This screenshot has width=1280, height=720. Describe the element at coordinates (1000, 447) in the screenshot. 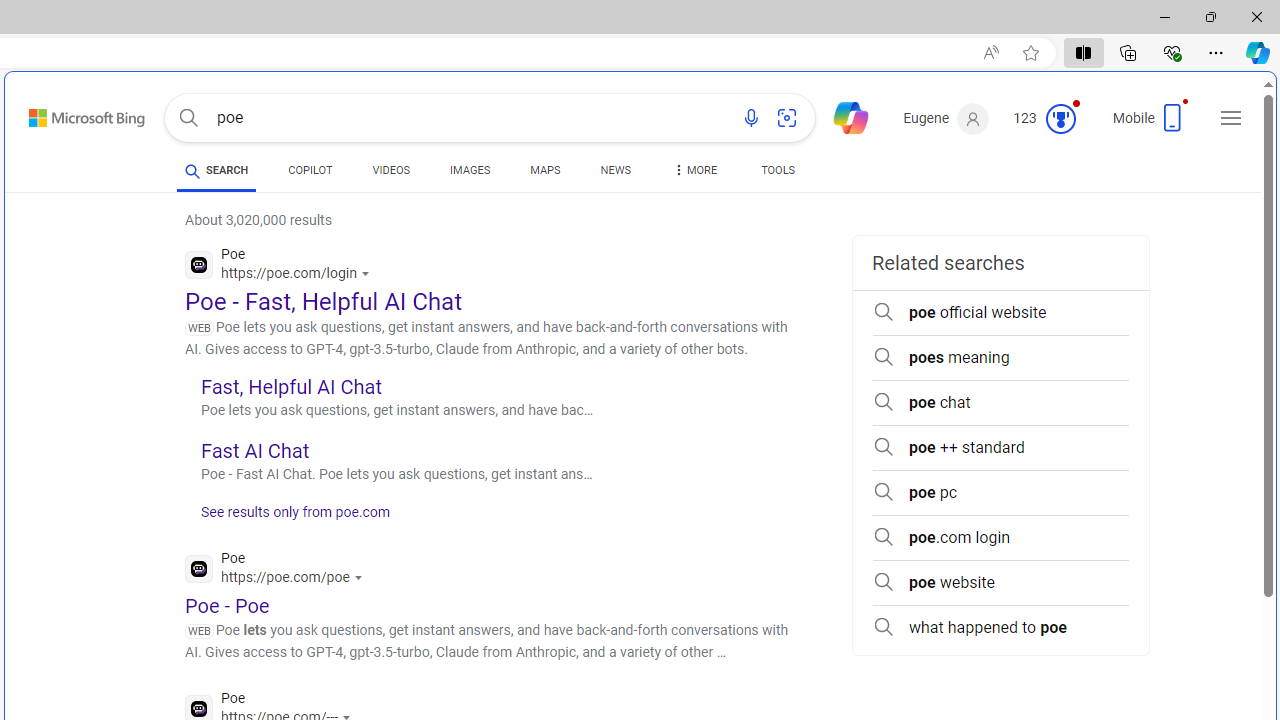

I see `'poe ++ standard'` at that location.